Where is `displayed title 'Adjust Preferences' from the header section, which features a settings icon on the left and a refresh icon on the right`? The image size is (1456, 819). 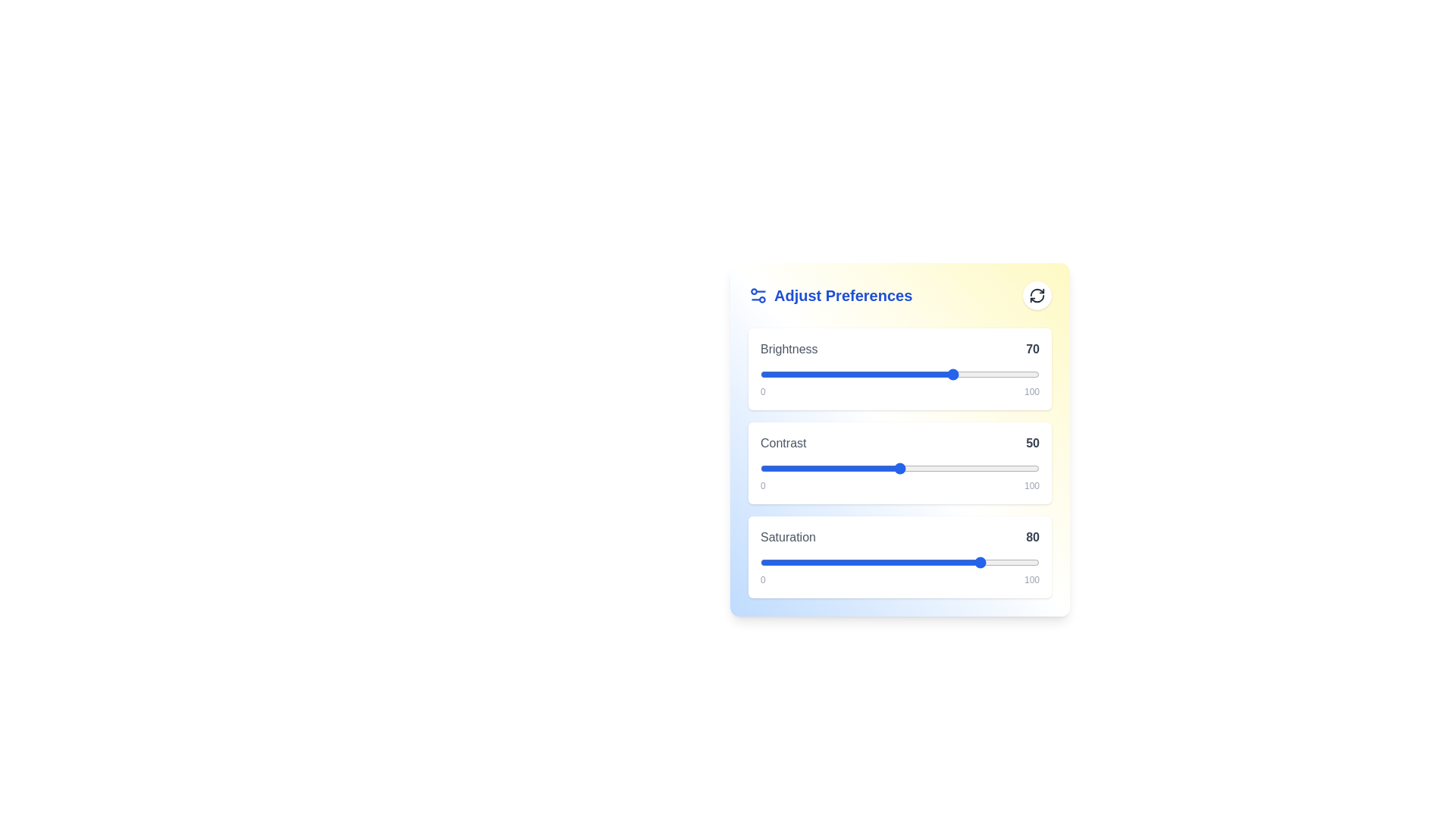
displayed title 'Adjust Preferences' from the header section, which features a settings icon on the left and a refresh icon on the right is located at coordinates (899, 295).